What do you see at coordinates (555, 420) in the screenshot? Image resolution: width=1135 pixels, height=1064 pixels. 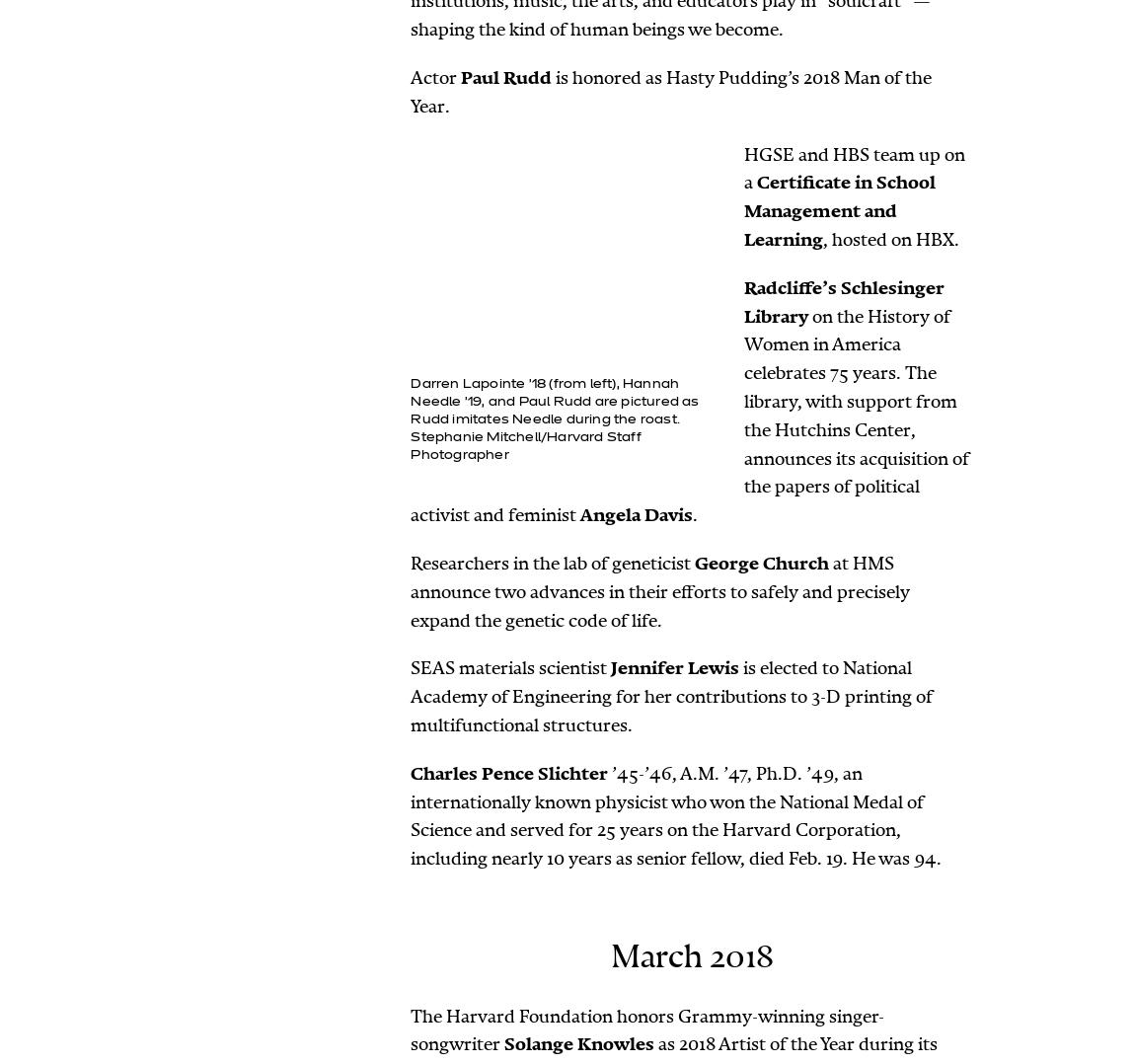 I see `'Darren Lapointe ’18 (from left), Hannah Needle ’19, and Paul Rudd are pictured as Rudd imitates Needle during the roast. Stephanie Mitchell/Harvard Staff Photographer'` at bounding box center [555, 420].